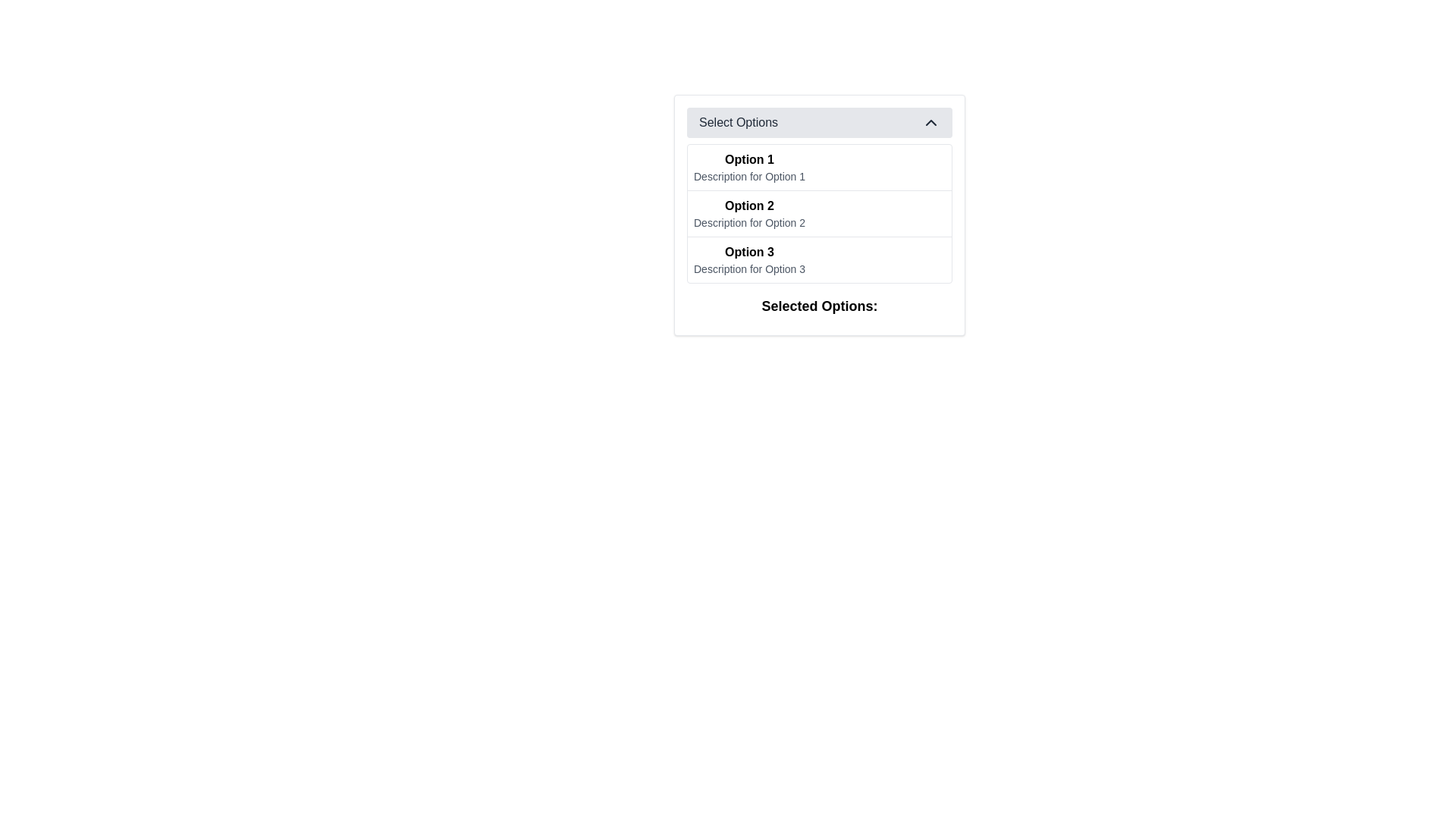 The width and height of the screenshot is (1456, 819). Describe the element at coordinates (749, 259) in the screenshot. I see `description of the third option in the dropdown list, which is located between 'Option 2' and a blank area` at that location.